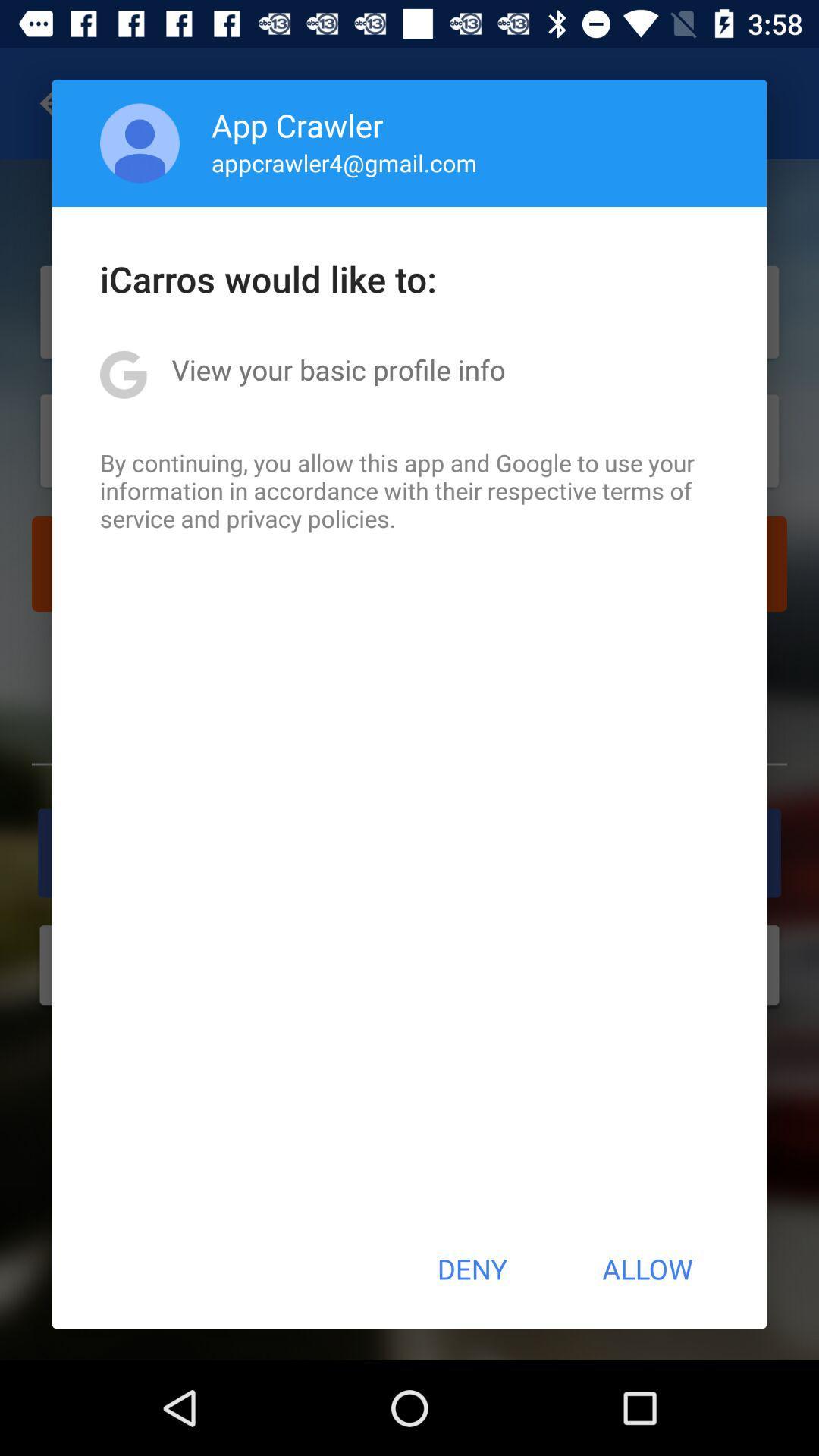  What do you see at coordinates (140, 143) in the screenshot?
I see `the app above the icarros would like app` at bounding box center [140, 143].